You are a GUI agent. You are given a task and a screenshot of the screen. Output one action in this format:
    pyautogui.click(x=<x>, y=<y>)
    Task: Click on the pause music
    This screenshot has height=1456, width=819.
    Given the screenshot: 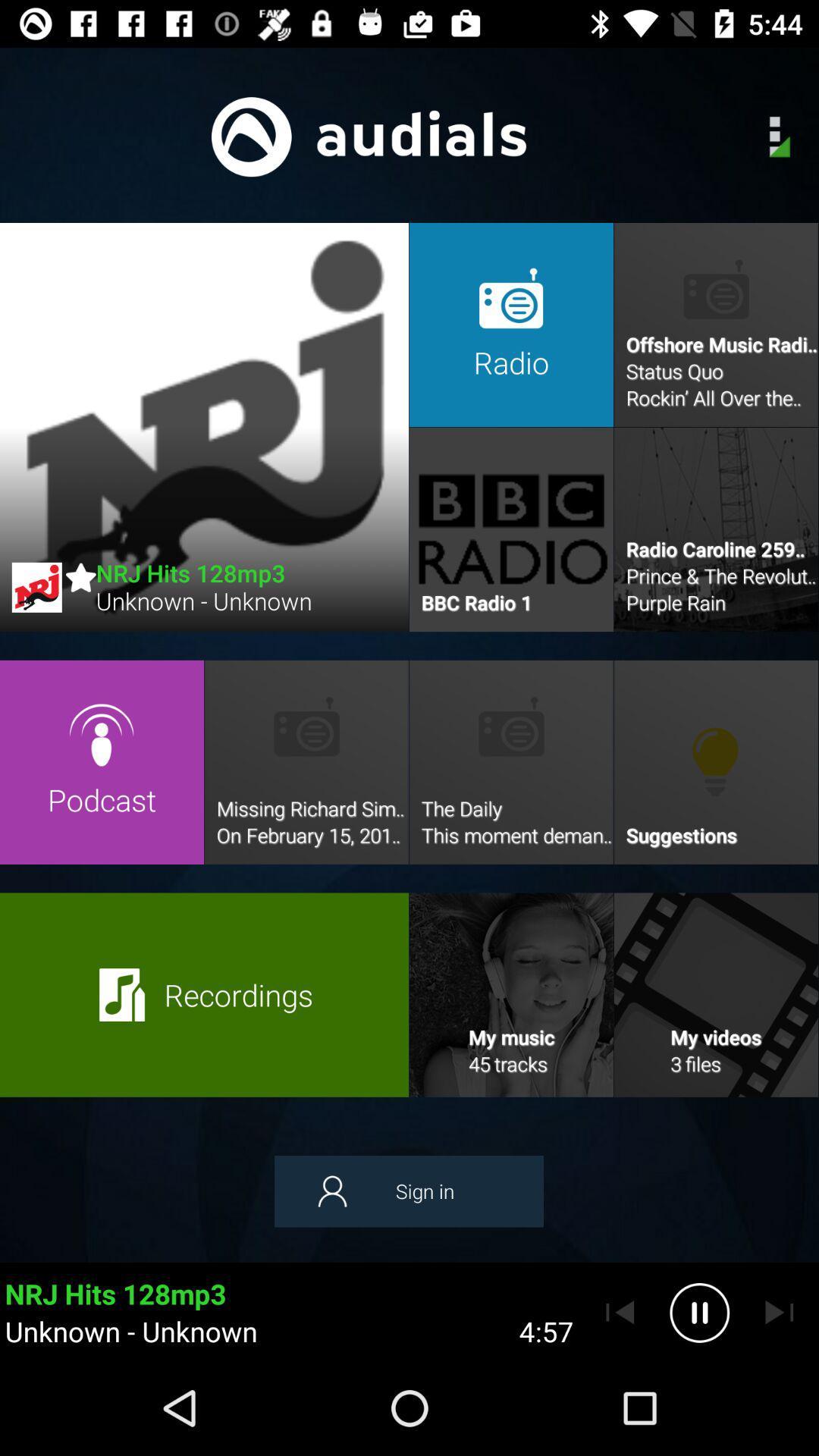 What is the action you would take?
    pyautogui.click(x=699, y=1312)
    